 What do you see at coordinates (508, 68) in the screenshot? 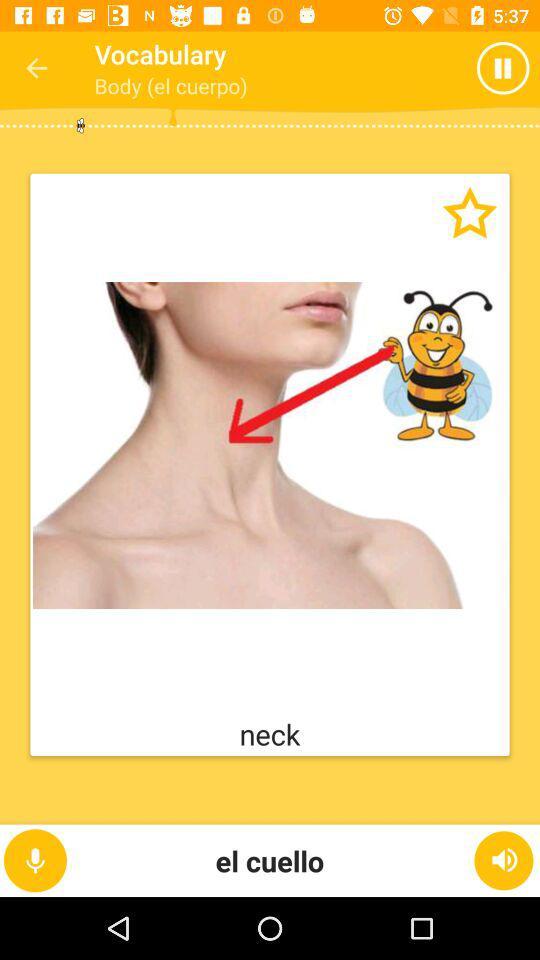
I see `the icon next to the body (el cuerpo)` at bounding box center [508, 68].